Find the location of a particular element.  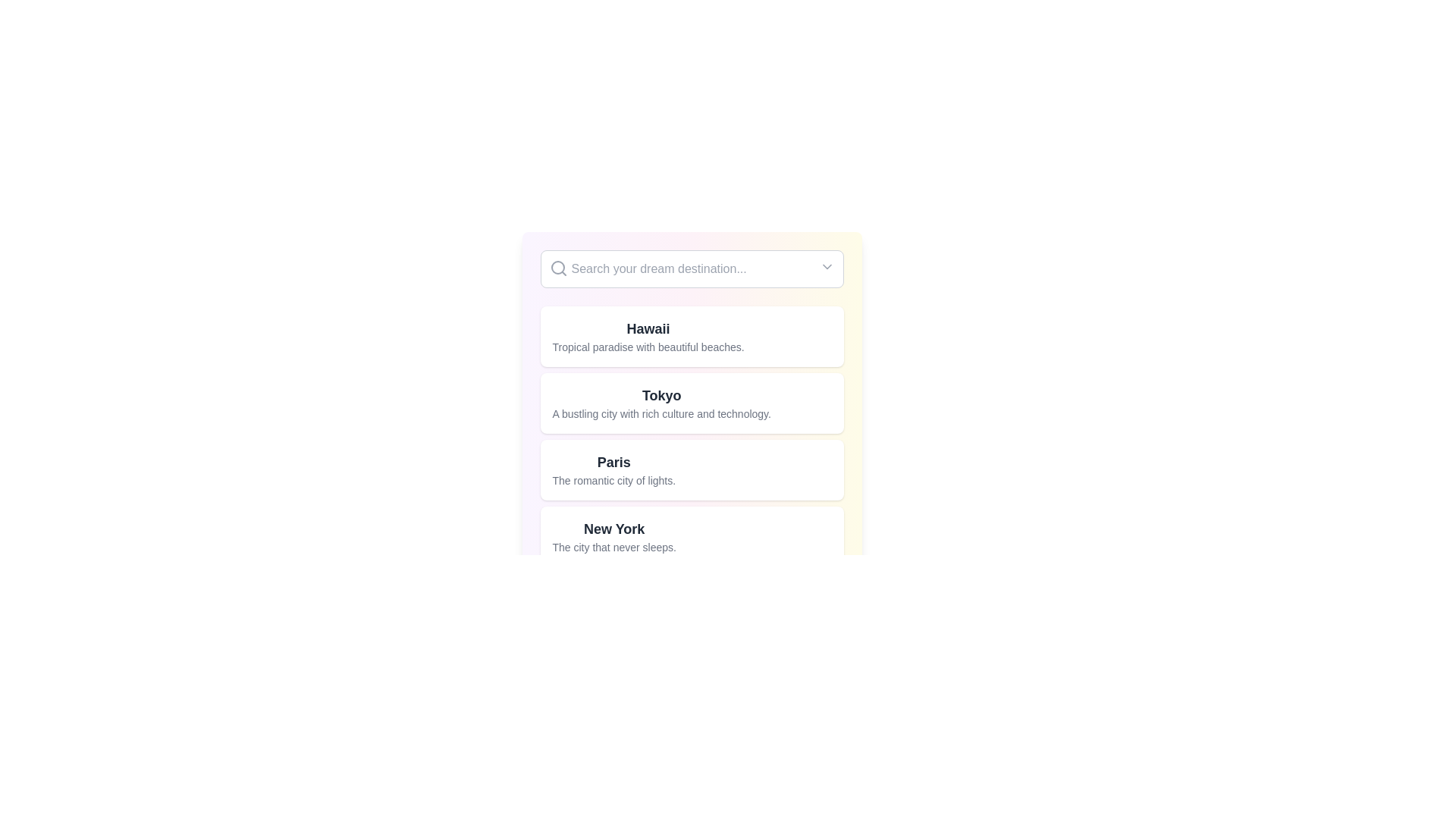

the informational item card for 'Paris', which is the third item in a vertical list of destination cards is located at coordinates (613, 469).